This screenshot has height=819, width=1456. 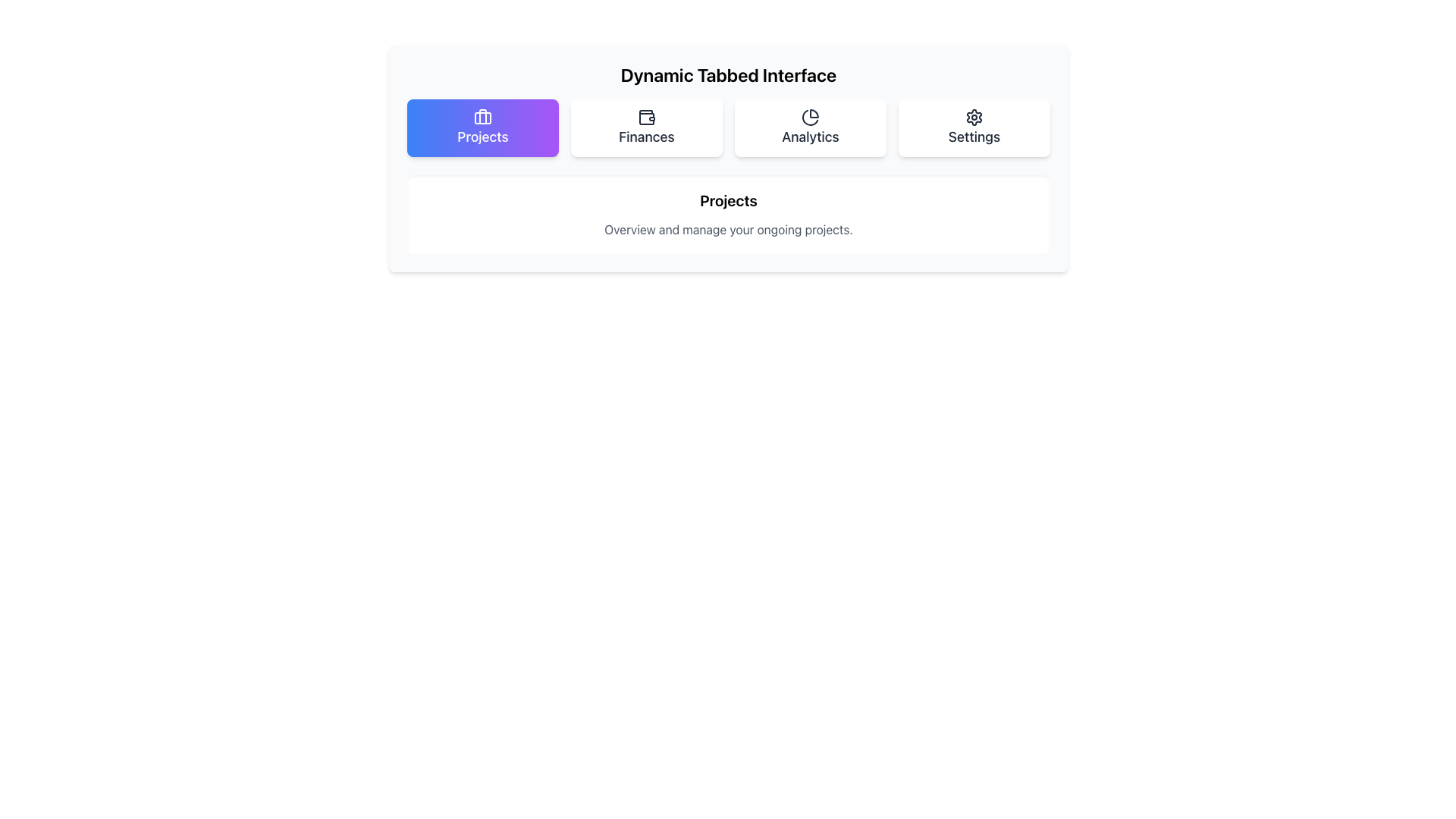 I want to click on the 'Projects' tab label, which is the leftmost tab in the navigation row for managing ongoing projects, so click(x=482, y=137).